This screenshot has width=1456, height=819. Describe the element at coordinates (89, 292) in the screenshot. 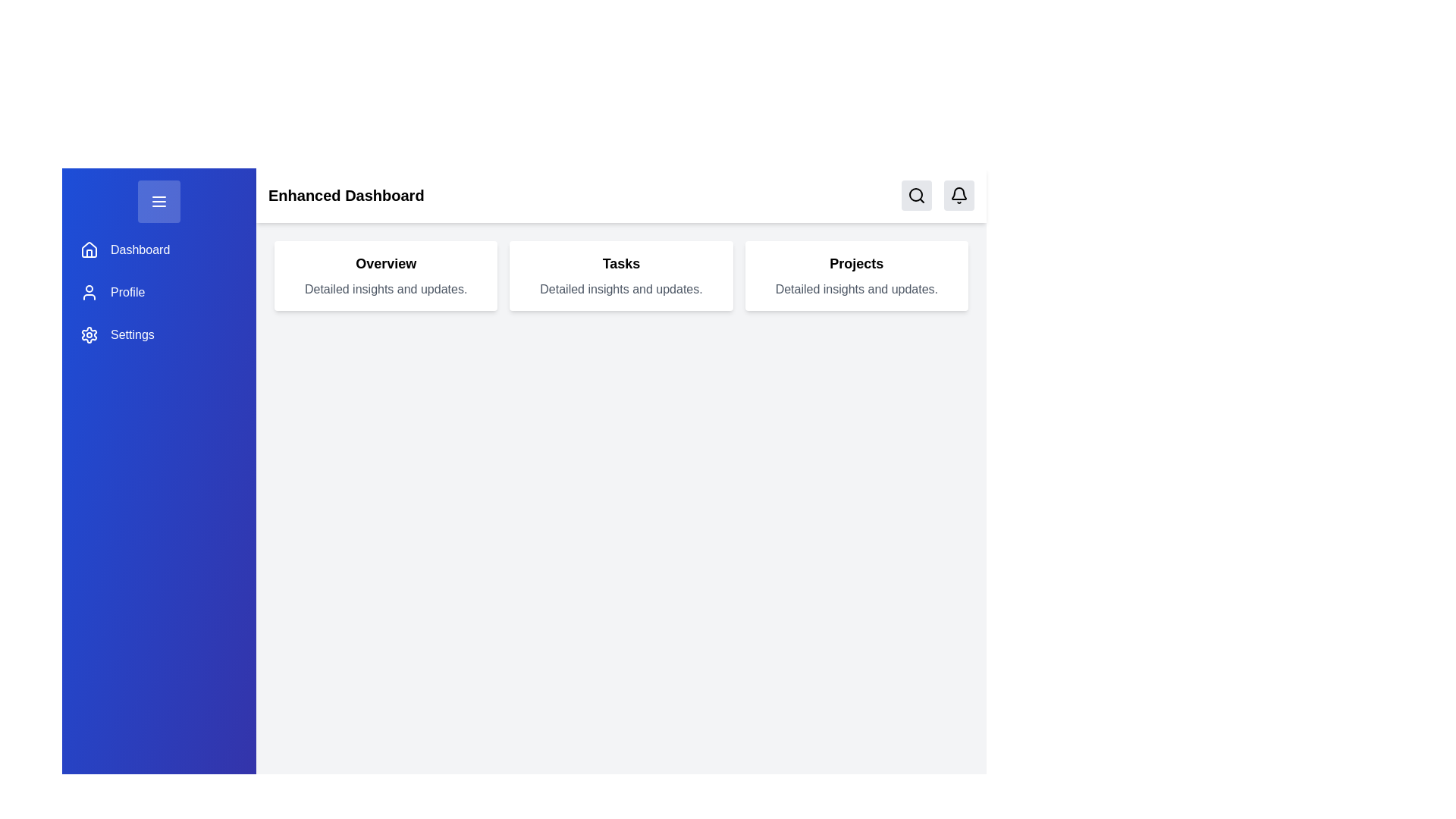

I see `the user icon in the sidebar menu, located to the left of the 'Profile' text` at that location.